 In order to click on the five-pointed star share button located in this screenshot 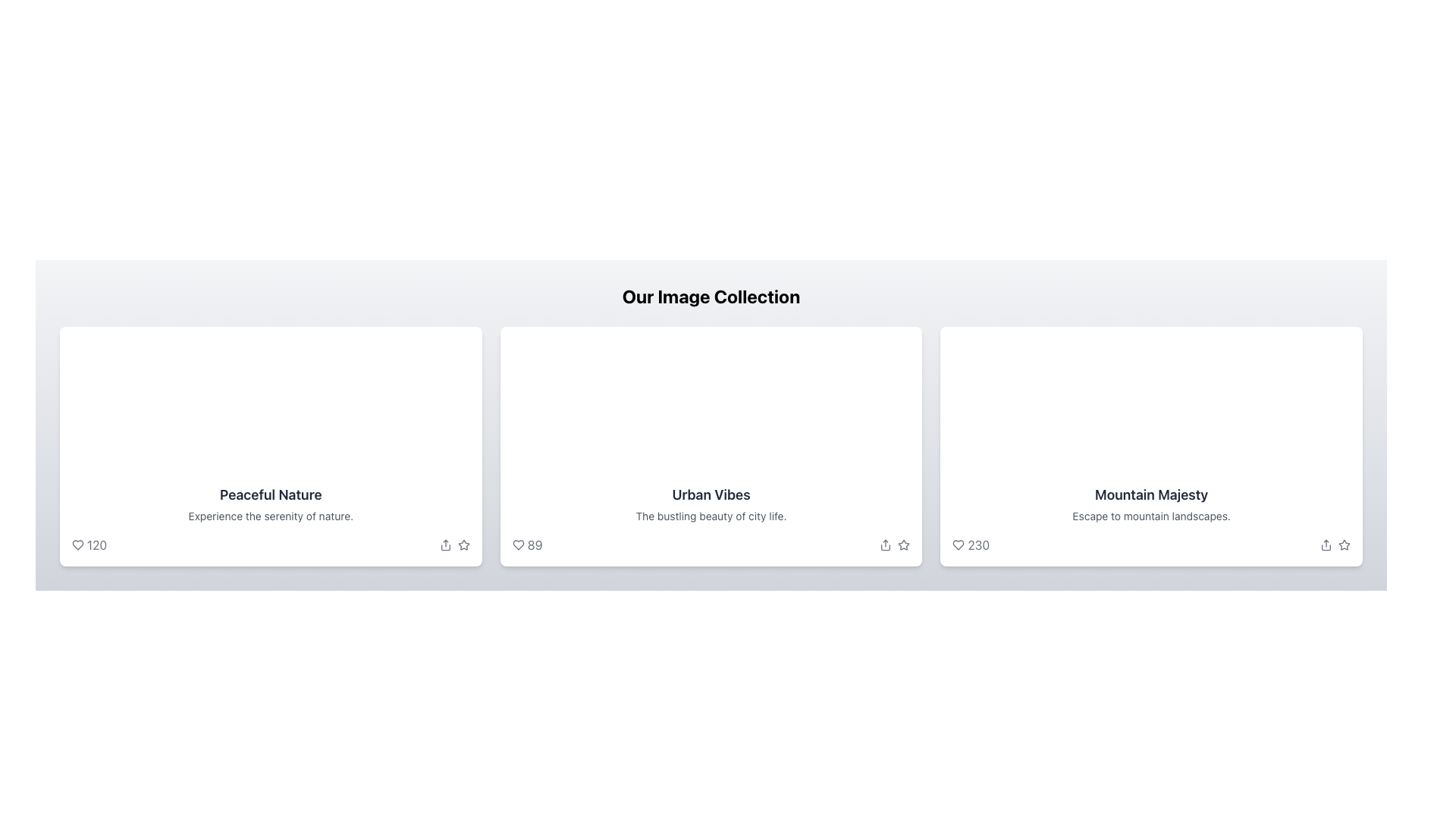, I will do `click(1344, 544)`.